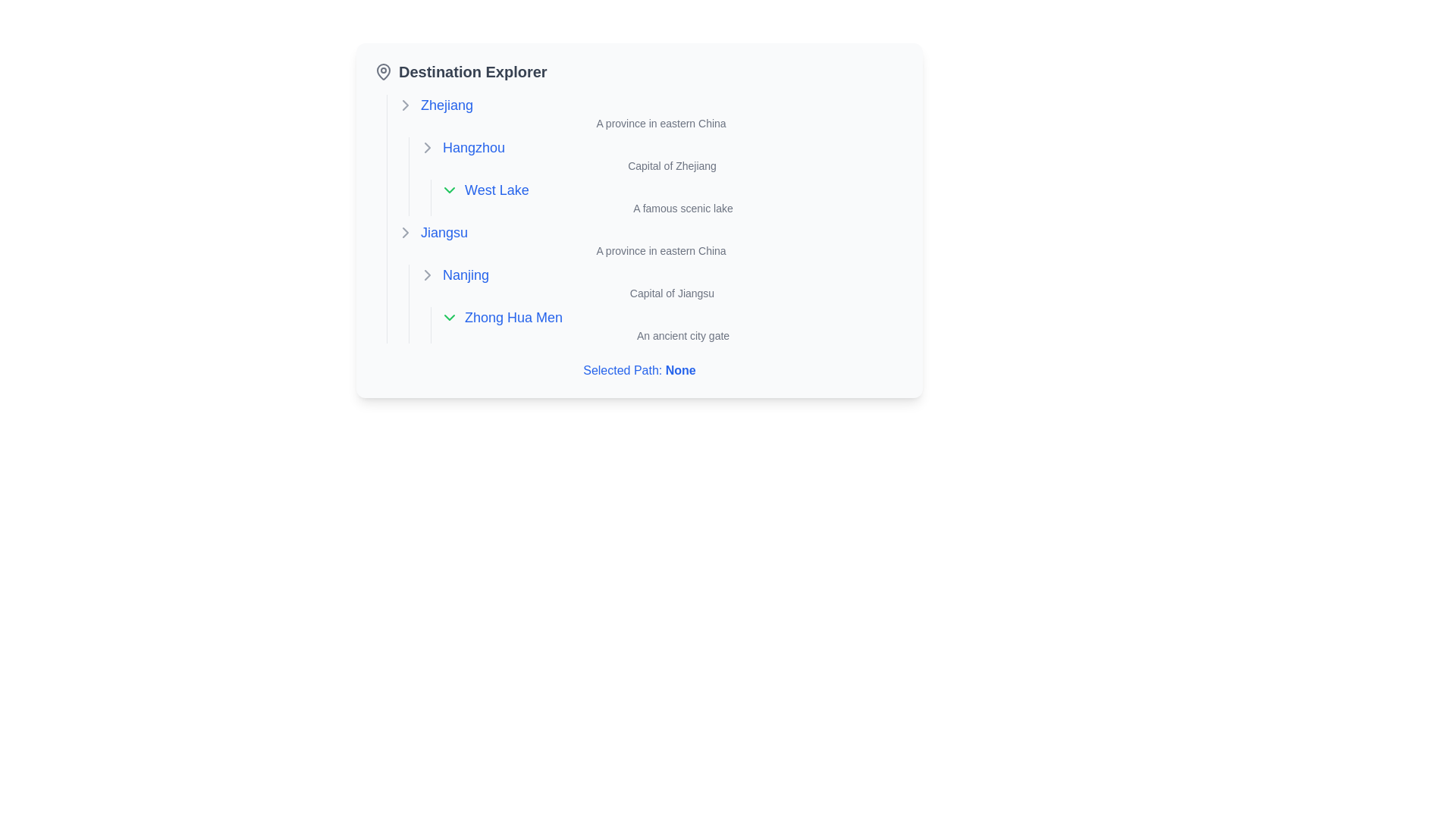  Describe the element at coordinates (667, 324) in the screenshot. I see `the Text display block providing details about 'Zhong Hua Men' in the 'Destination Explorer' panel under 'Nanjing'` at that location.